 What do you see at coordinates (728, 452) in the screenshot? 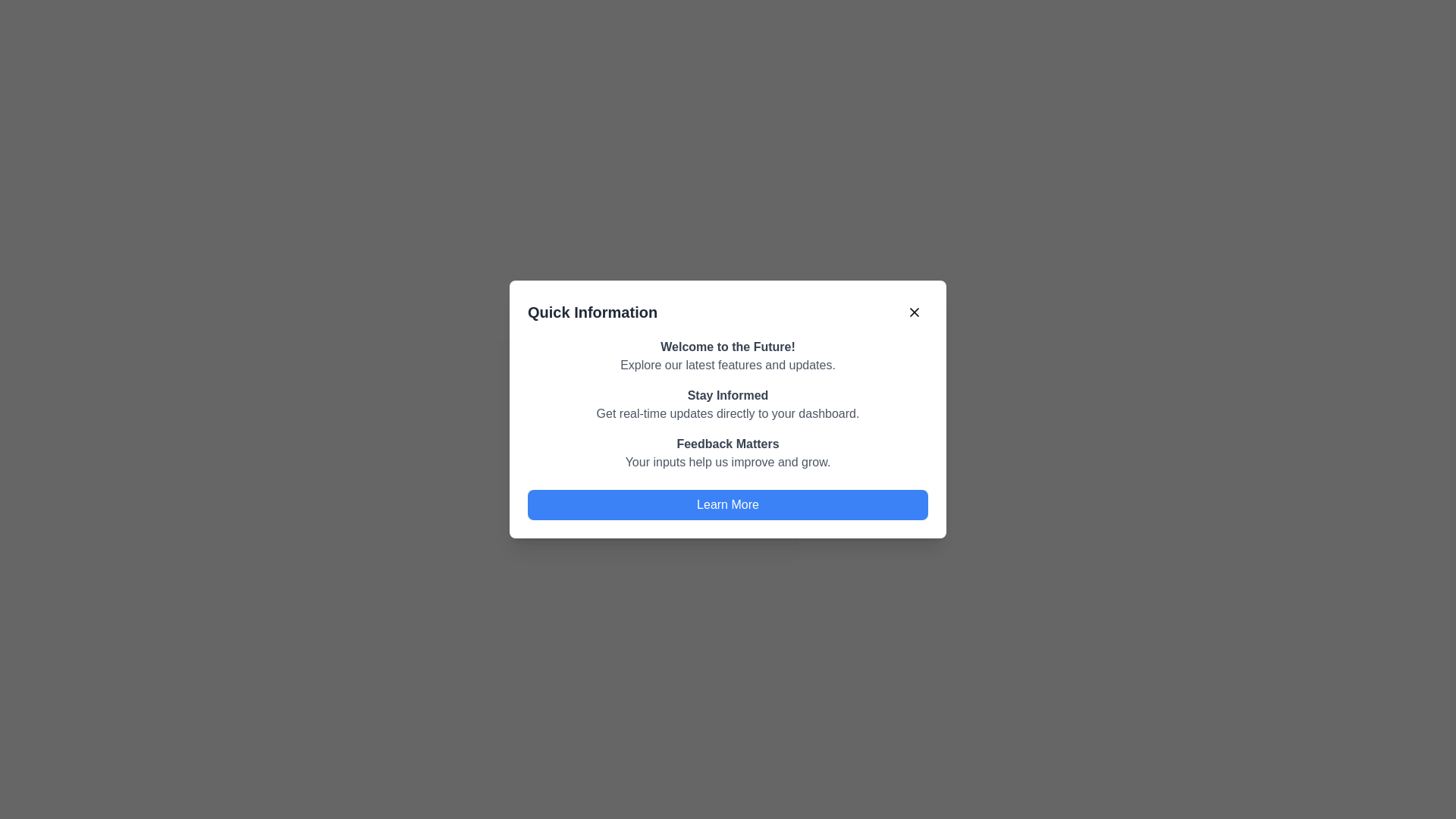
I see `the informational Text Block centered in the pop-up window, located beneath the 'Stay Informed' section and above the blue 'Learn More' button` at bounding box center [728, 452].